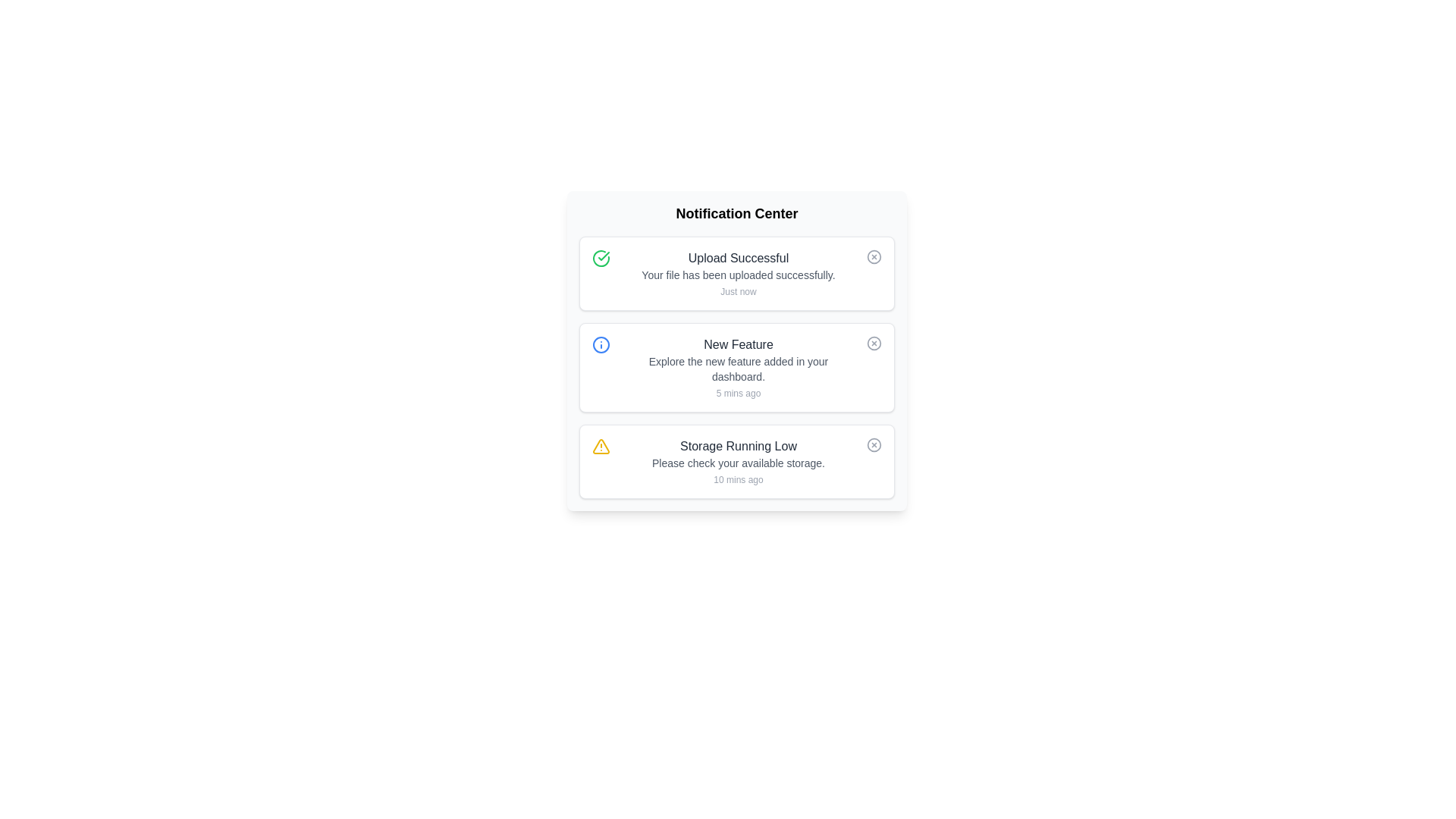 The height and width of the screenshot is (819, 1456). What do you see at coordinates (874, 256) in the screenshot?
I see `the status icon in the top-right corner of the 'Upload Successful' notification card within the notification center interface` at bounding box center [874, 256].